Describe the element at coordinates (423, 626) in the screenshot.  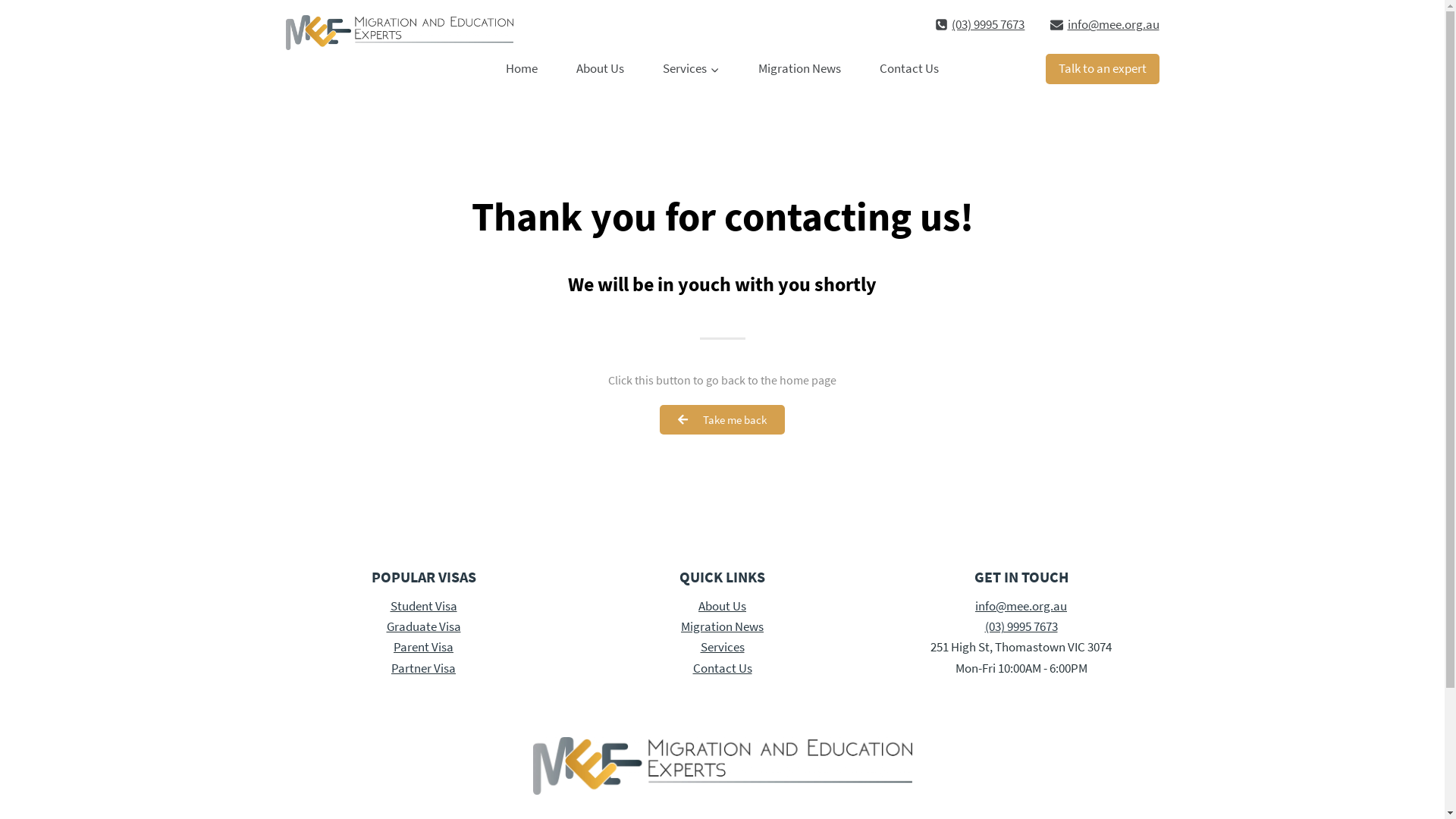
I see `'Graduate Visa'` at that location.